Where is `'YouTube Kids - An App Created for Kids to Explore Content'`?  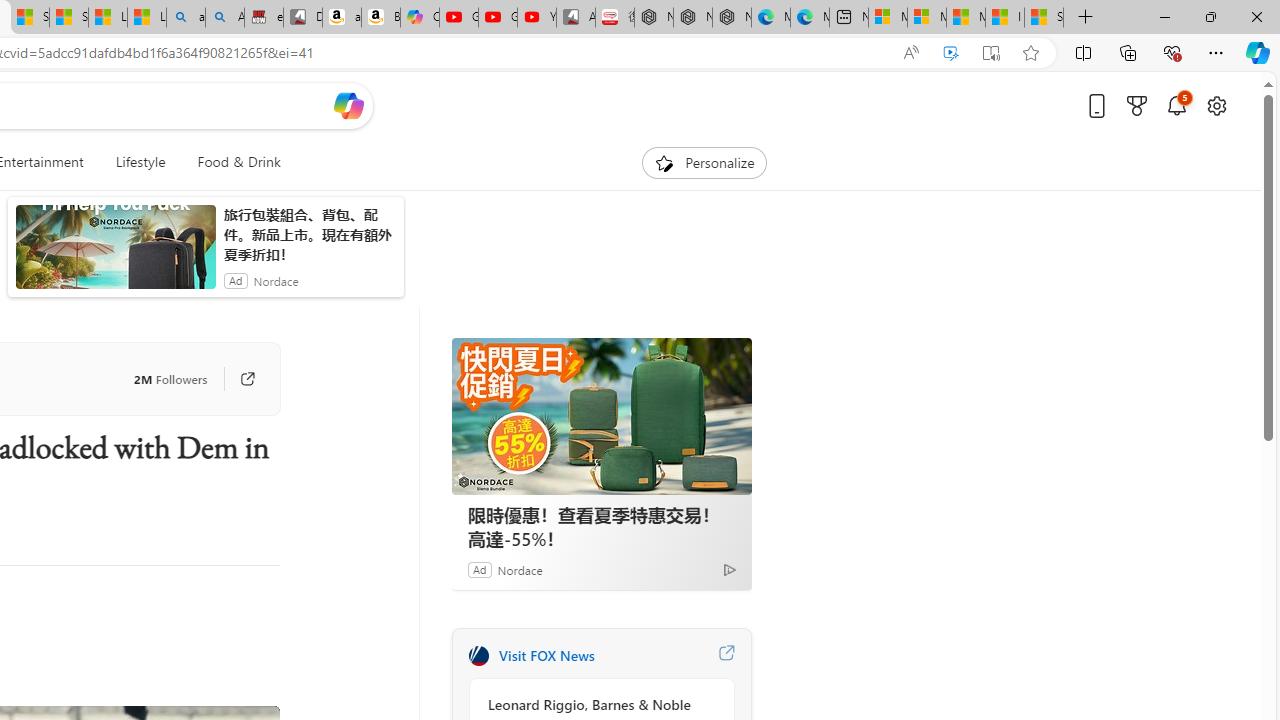 'YouTube Kids - An App Created for Kids to Explore Content' is located at coordinates (536, 17).